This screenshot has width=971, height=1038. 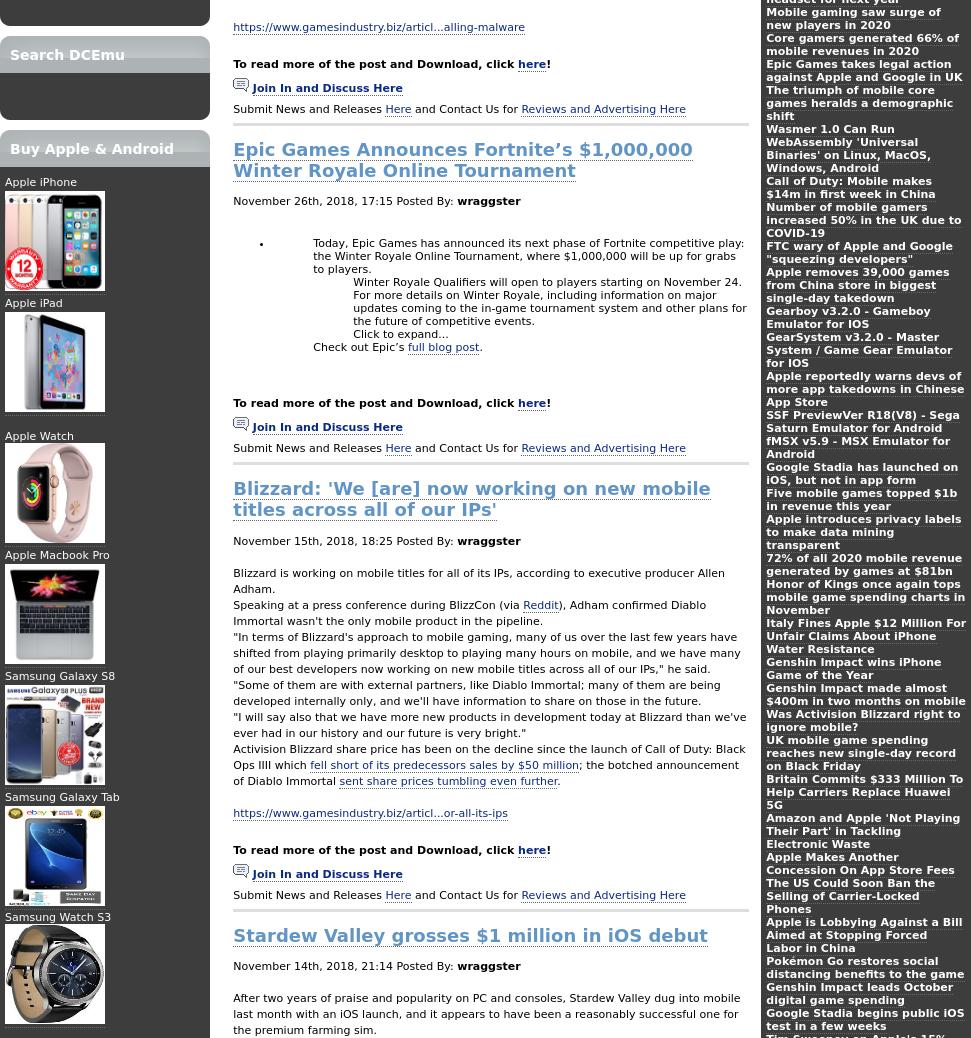 I want to click on 'SSF PreviewVer R18(V8) - Sega Saturn Emulator for Android', so click(x=862, y=422).